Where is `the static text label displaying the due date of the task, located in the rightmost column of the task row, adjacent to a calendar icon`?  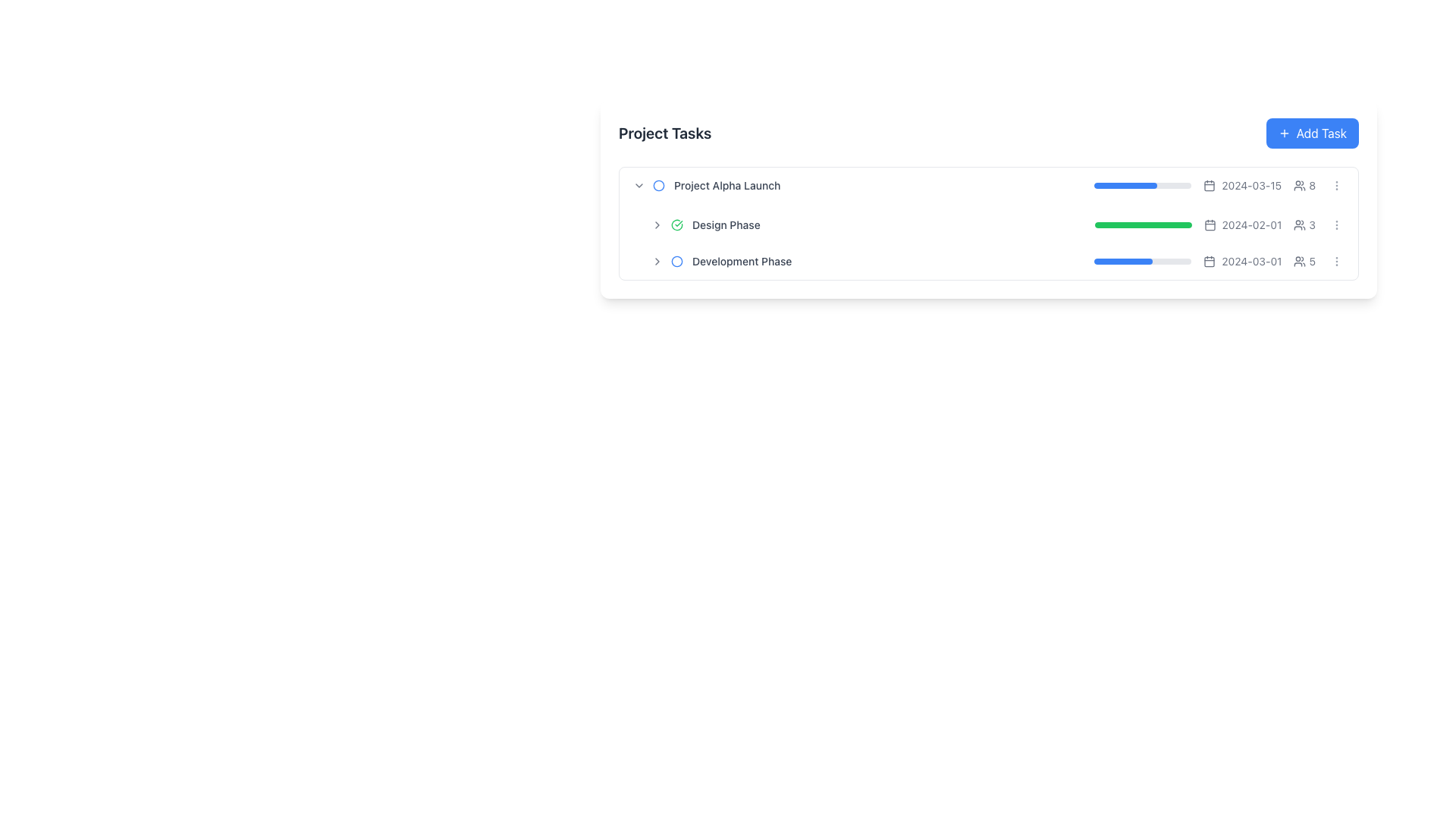
the static text label displaying the due date of the task, located in the rightmost column of the task row, adjacent to a calendar icon is located at coordinates (1251, 185).